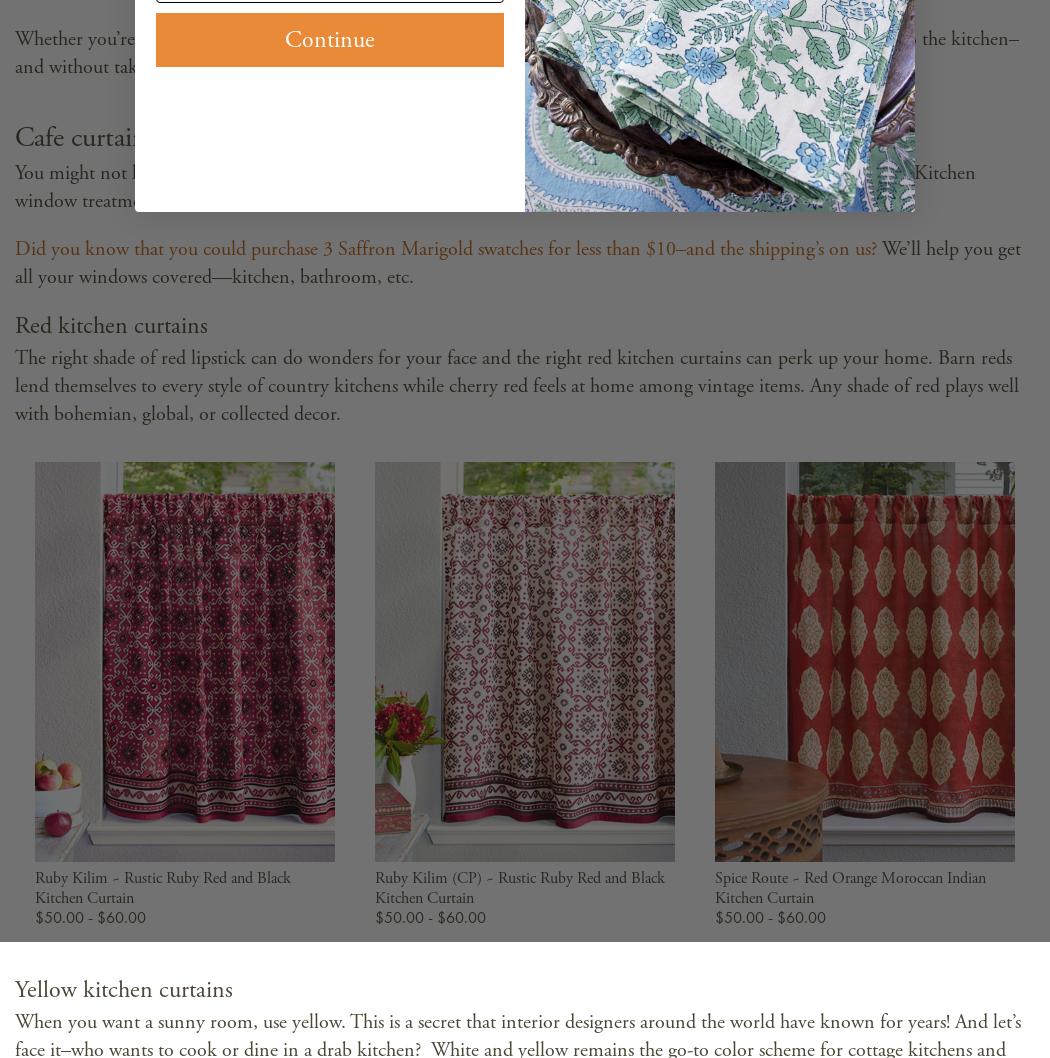 The height and width of the screenshot is (1058, 1050). What do you see at coordinates (494, 186) in the screenshot?
I see `'You might not have a name for your design style, but you know what colors you like (and which colors you don’t!).  Kitchen window treatments will help you bring the right colors into your kitchen.'` at bounding box center [494, 186].